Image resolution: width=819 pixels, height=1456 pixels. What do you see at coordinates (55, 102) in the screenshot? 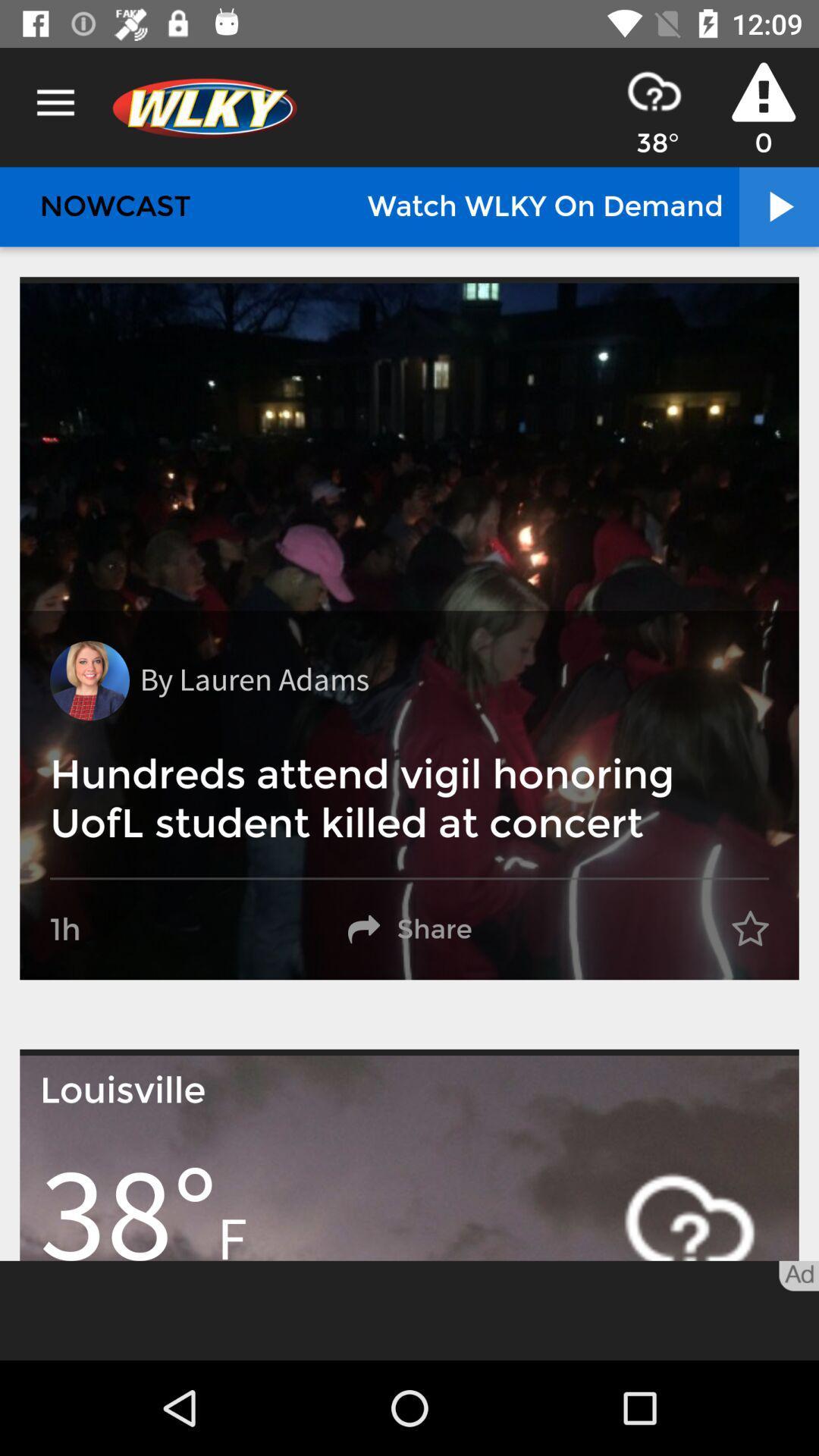
I see `icon above the nowcast icon` at bounding box center [55, 102].